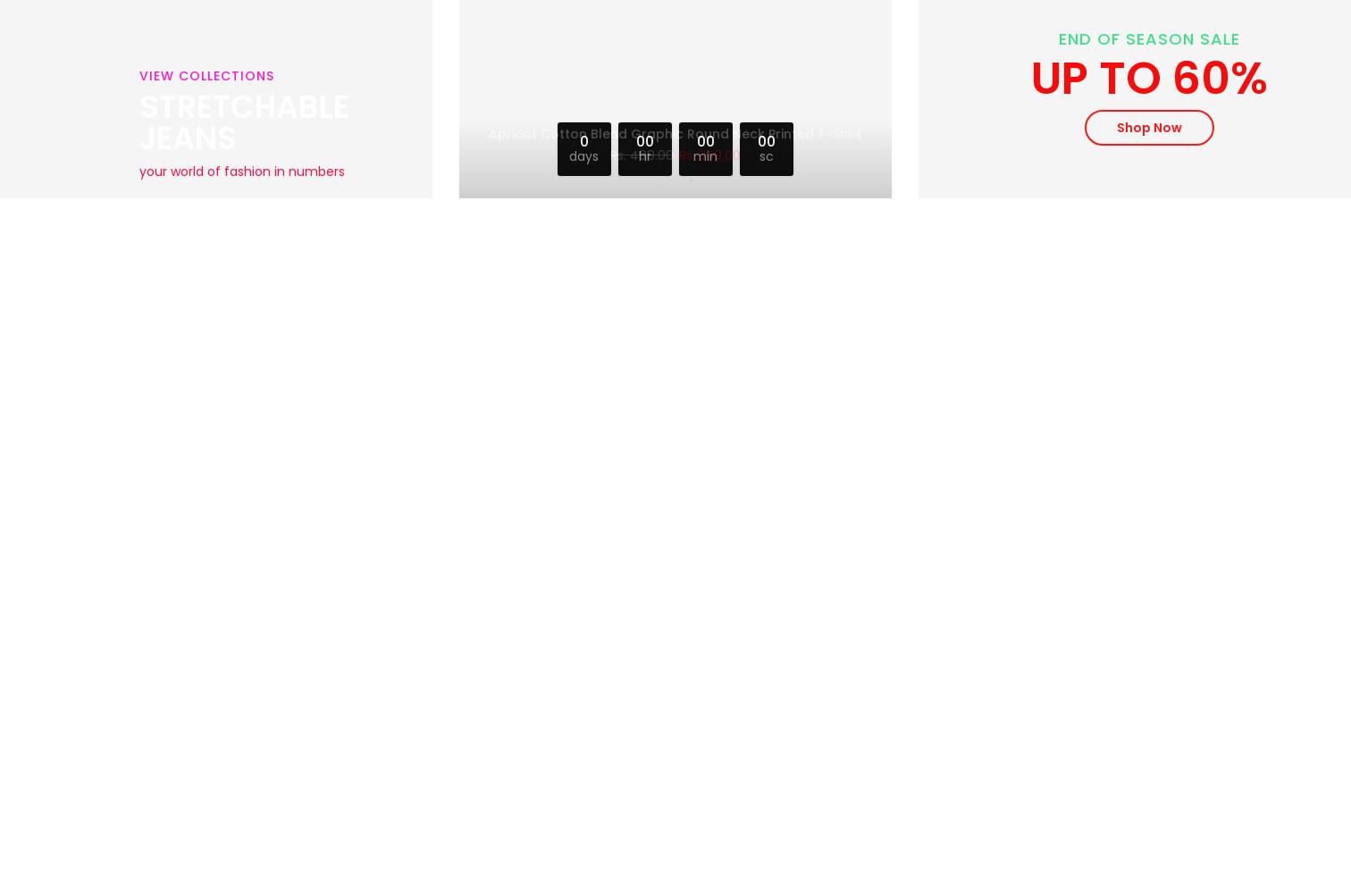 The height and width of the screenshot is (896, 1351). What do you see at coordinates (641, 150) in the screenshot?
I see `'Rs. 499.00'` at bounding box center [641, 150].